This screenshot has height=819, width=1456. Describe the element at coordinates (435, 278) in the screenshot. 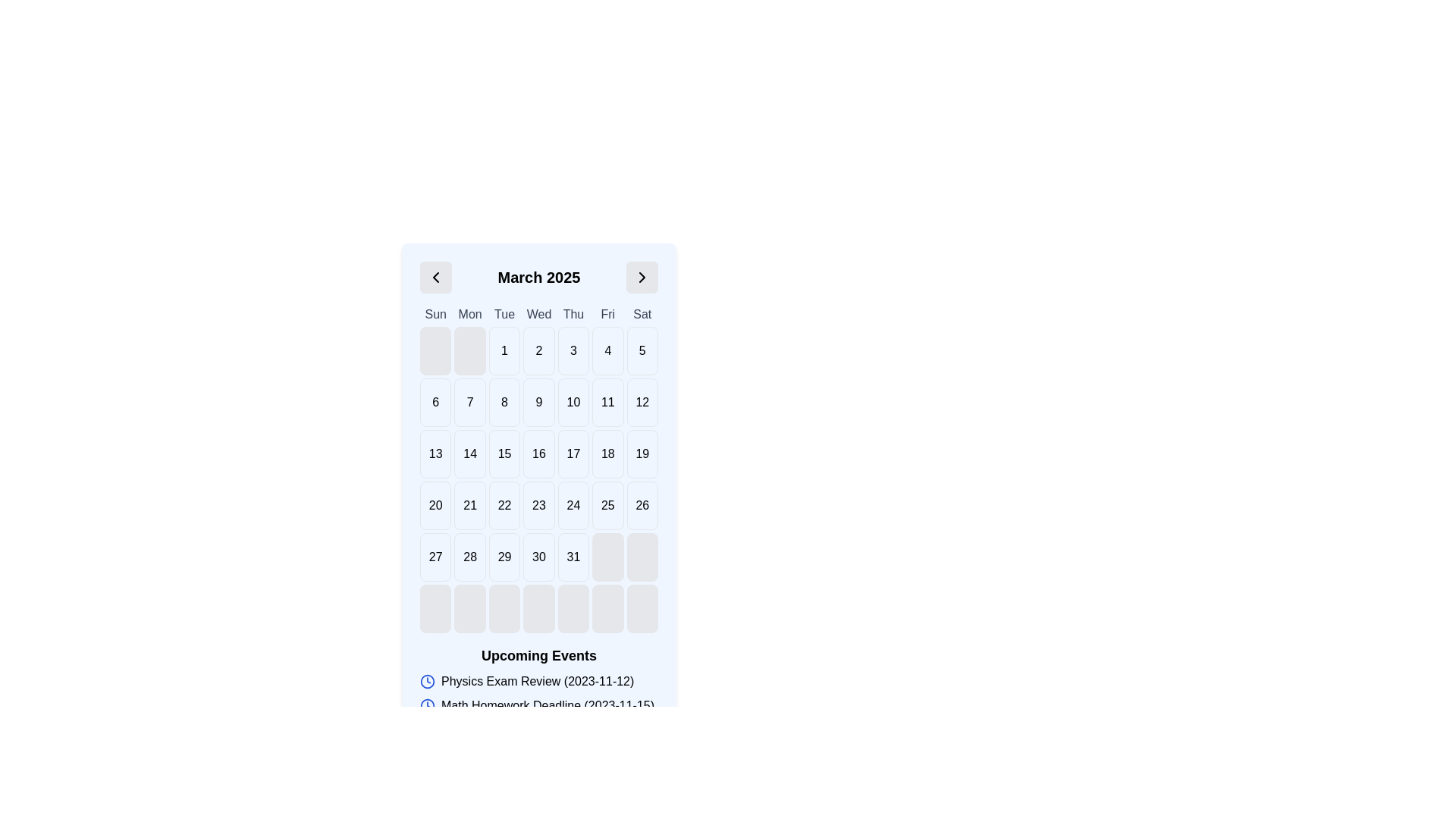

I see `the left-pointing chevron icon inside the button next to the 'March 2025' header` at that location.